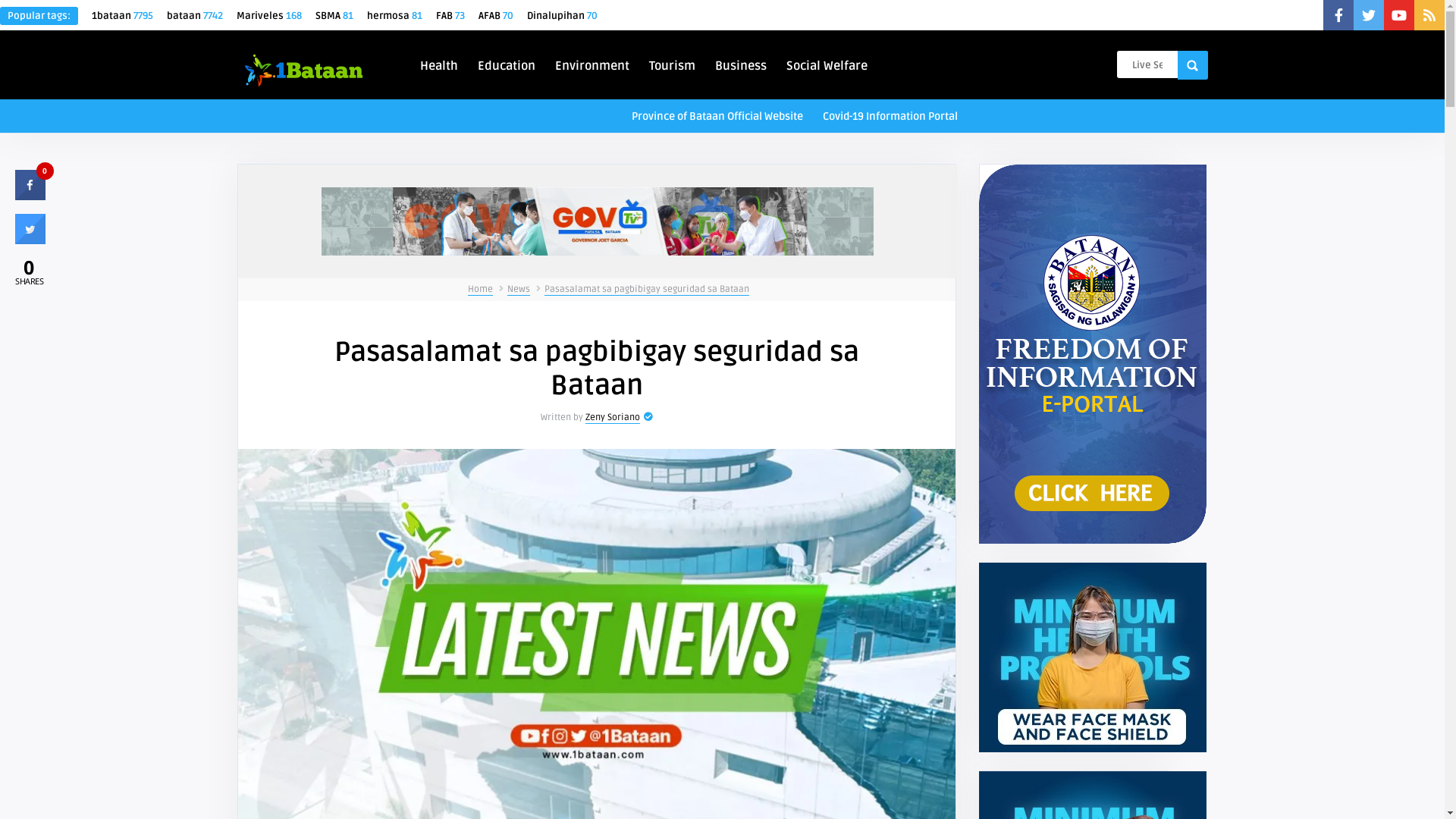 The width and height of the screenshot is (1456, 819). I want to click on 'Province of Bataan Official Website', so click(716, 114).